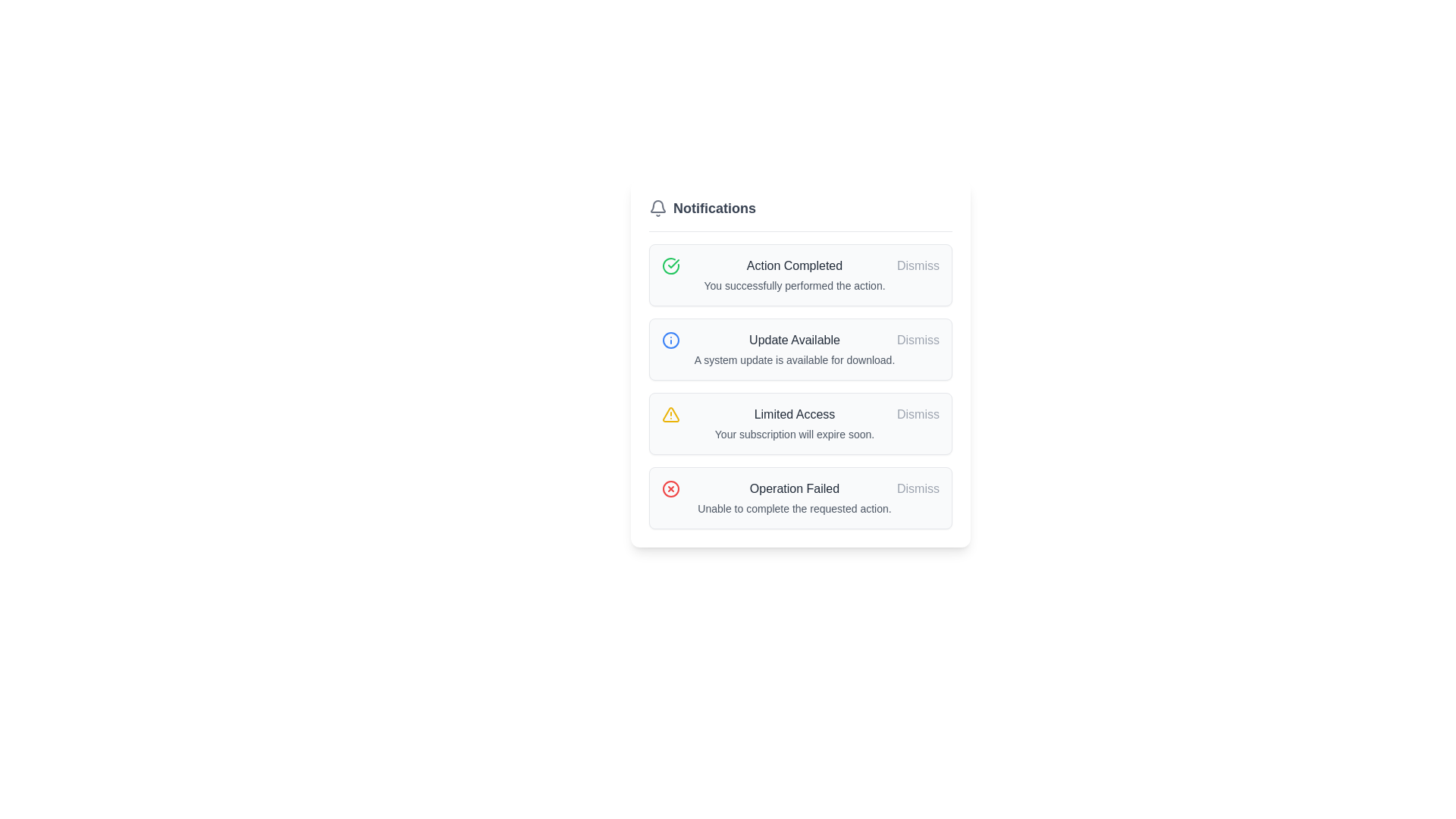  Describe the element at coordinates (793, 435) in the screenshot. I see `the static text element that reads 'Your subscription will expire soon.' located in the warning notification, below the title 'Limited Access'` at that location.